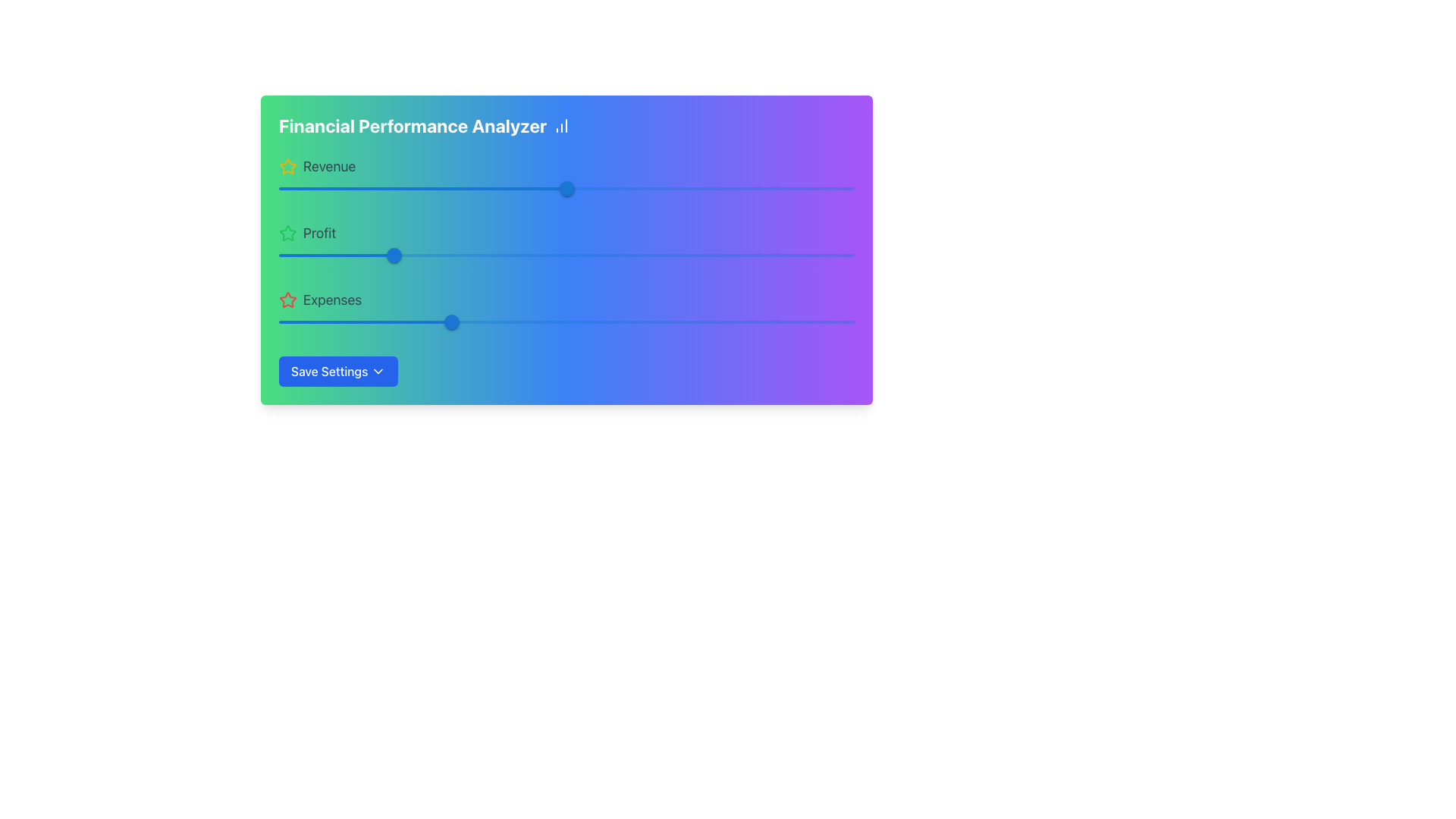 The image size is (1456, 819). What do you see at coordinates (417, 321) in the screenshot?
I see `the Expenses slider` at bounding box center [417, 321].